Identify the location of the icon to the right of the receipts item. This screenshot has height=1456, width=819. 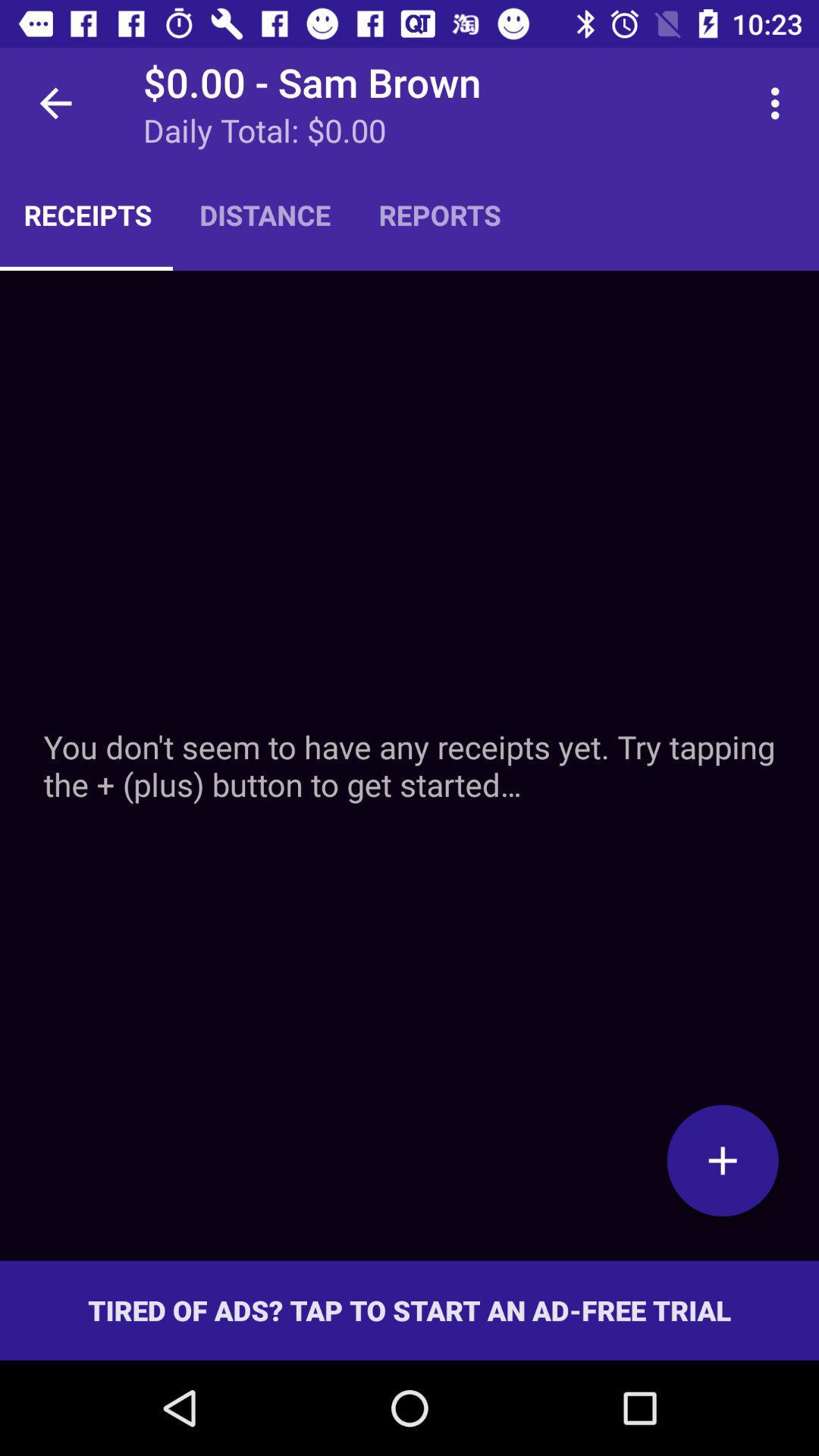
(264, 214).